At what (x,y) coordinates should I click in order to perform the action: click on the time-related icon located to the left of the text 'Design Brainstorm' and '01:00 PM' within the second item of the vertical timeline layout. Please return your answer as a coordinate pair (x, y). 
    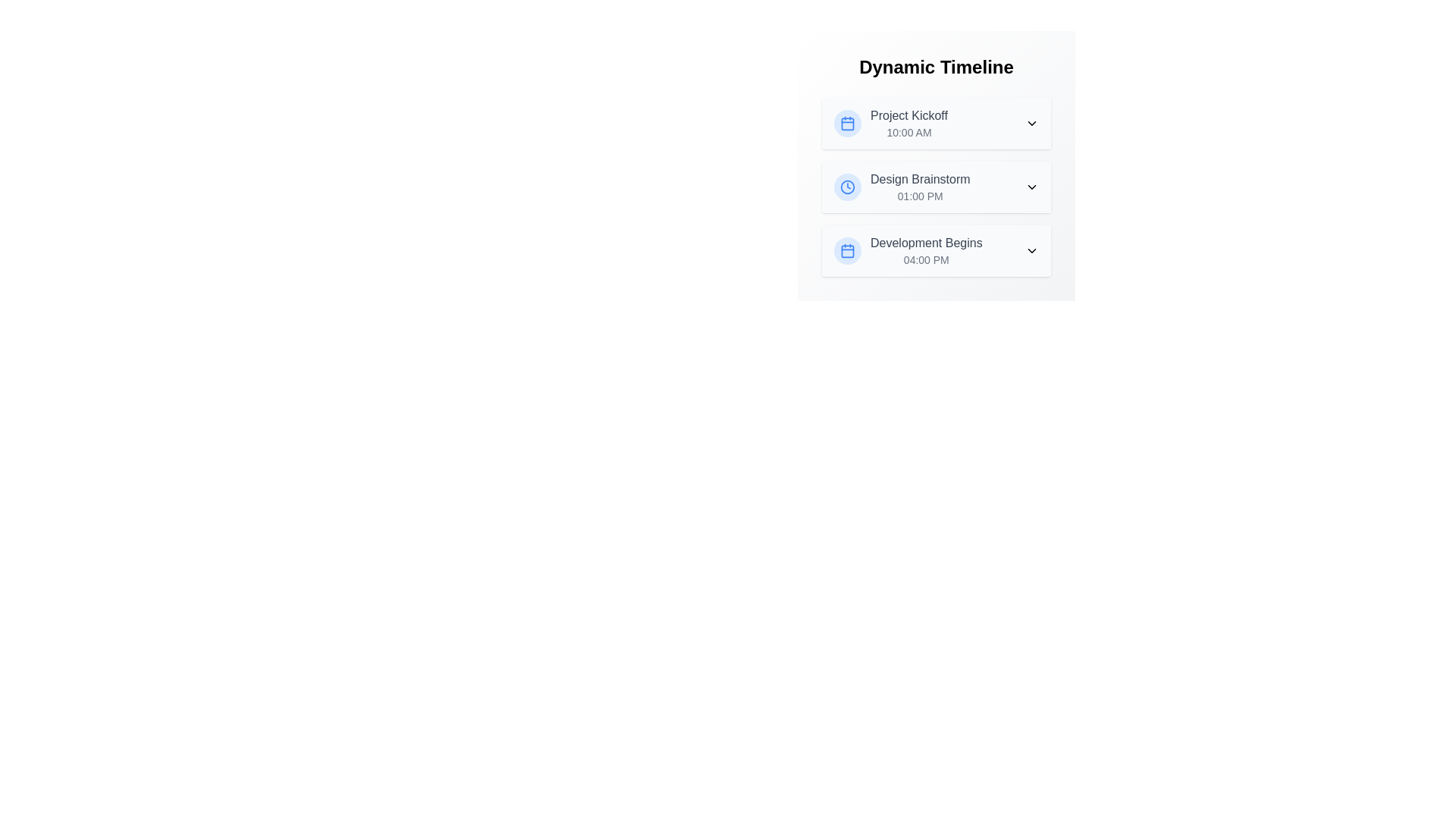
    Looking at the image, I should click on (847, 186).